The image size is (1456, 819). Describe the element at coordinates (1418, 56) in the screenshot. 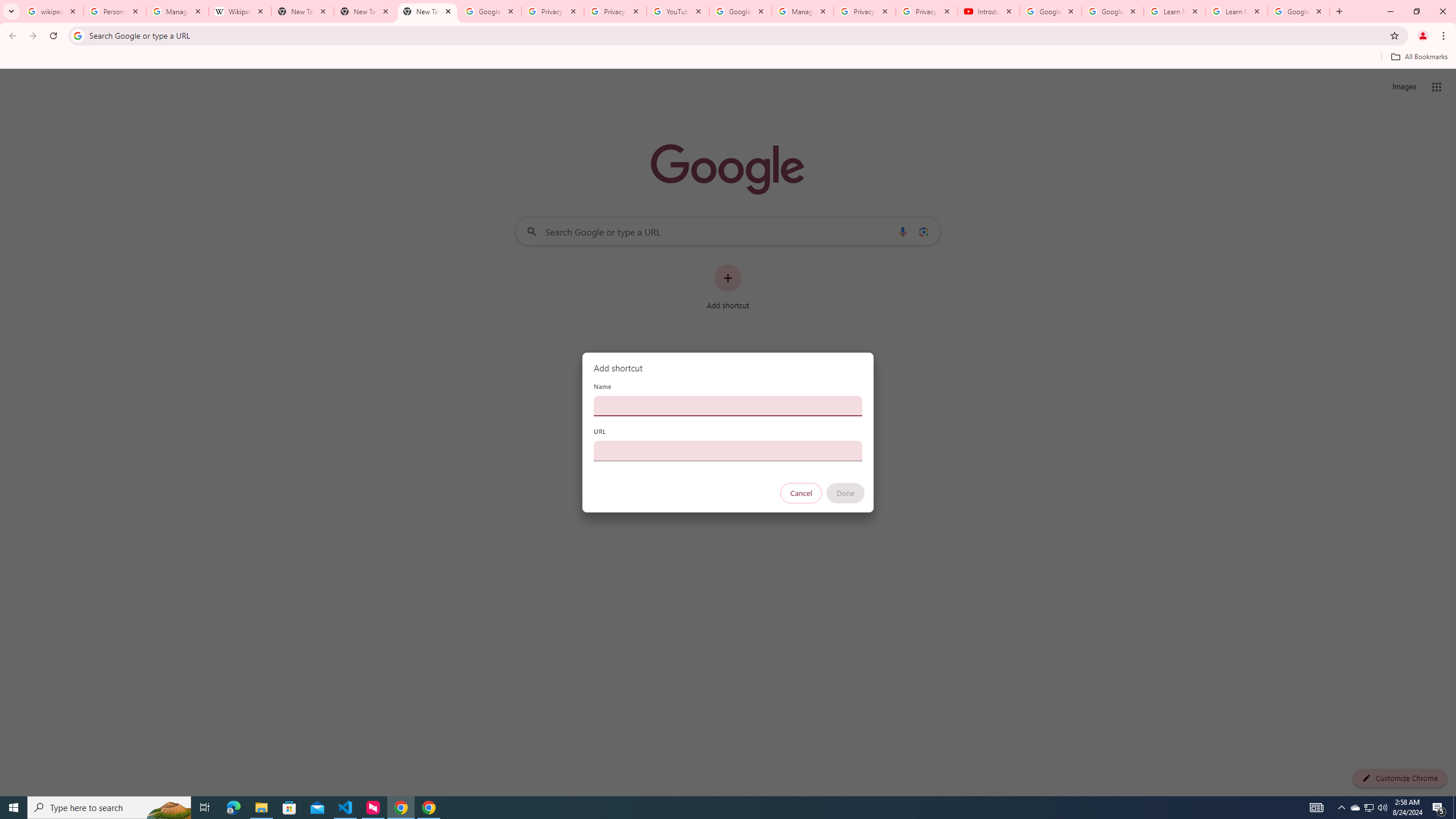

I see `'All Bookmarks'` at that location.